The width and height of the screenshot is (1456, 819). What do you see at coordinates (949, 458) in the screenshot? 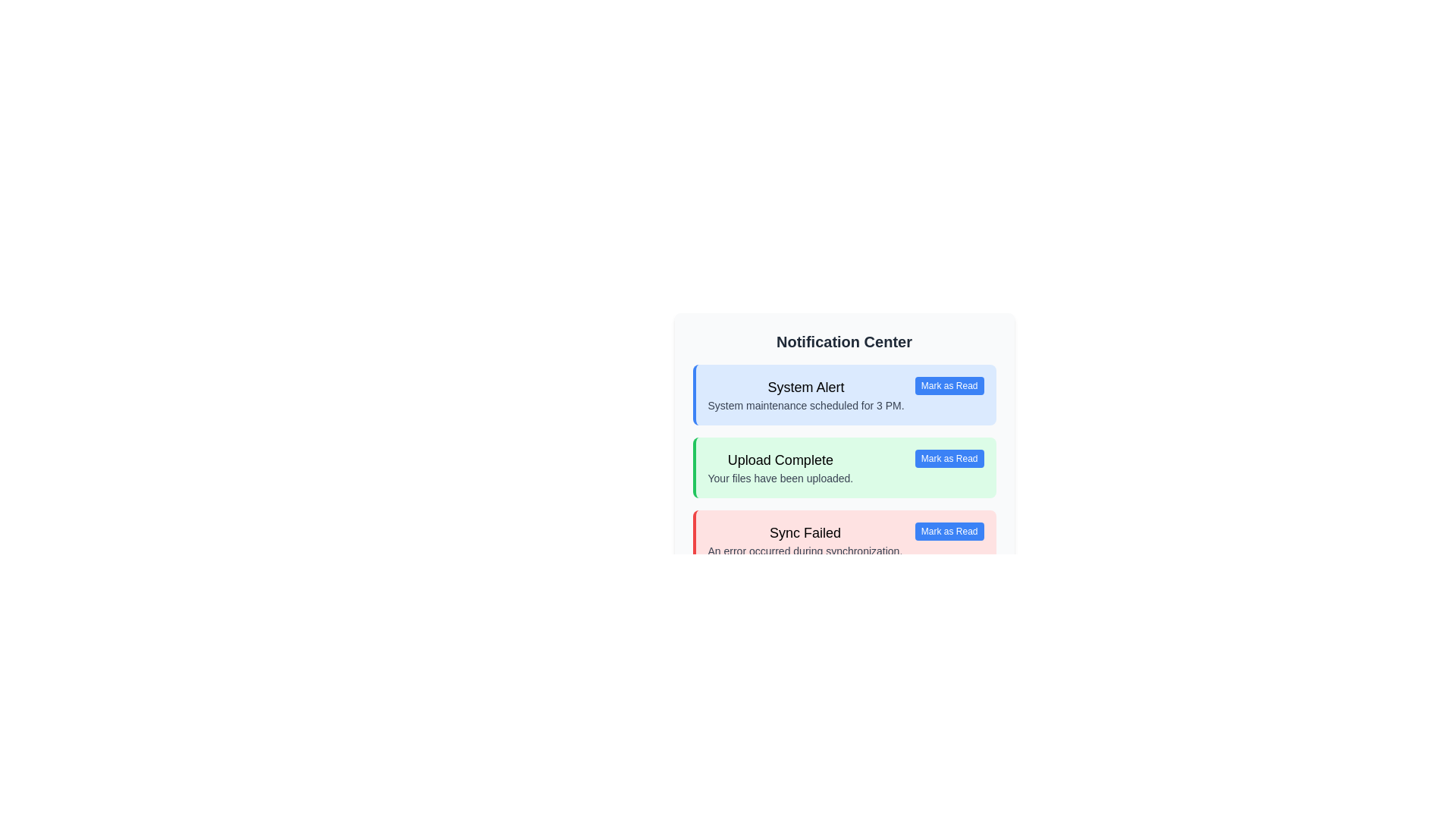
I see `the 'Mark as Read' button, which has a blue background and white text, to observe its color change` at bounding box center [949, 458].